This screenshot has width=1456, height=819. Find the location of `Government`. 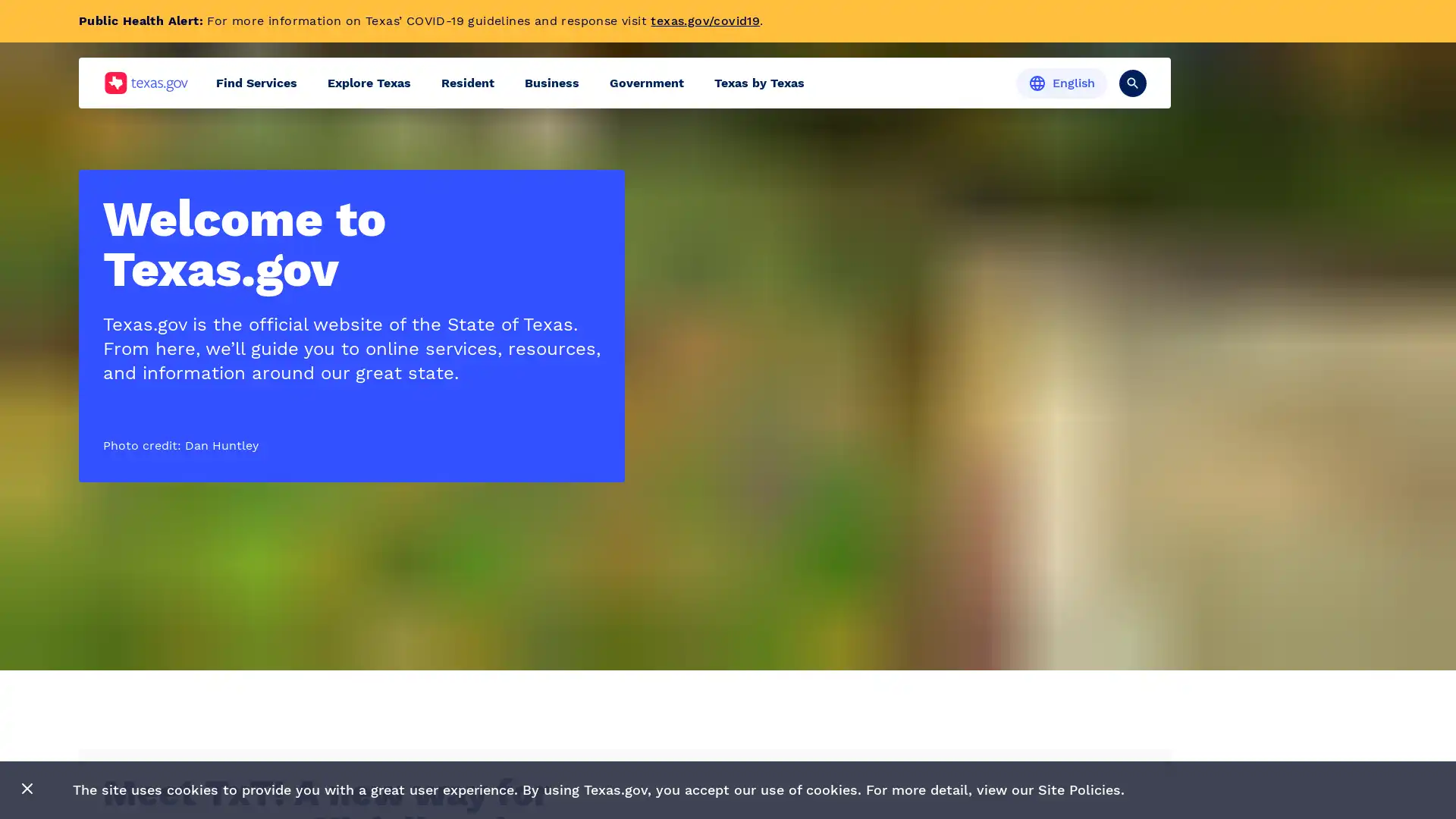

Government is located at coordinates (647, 83).